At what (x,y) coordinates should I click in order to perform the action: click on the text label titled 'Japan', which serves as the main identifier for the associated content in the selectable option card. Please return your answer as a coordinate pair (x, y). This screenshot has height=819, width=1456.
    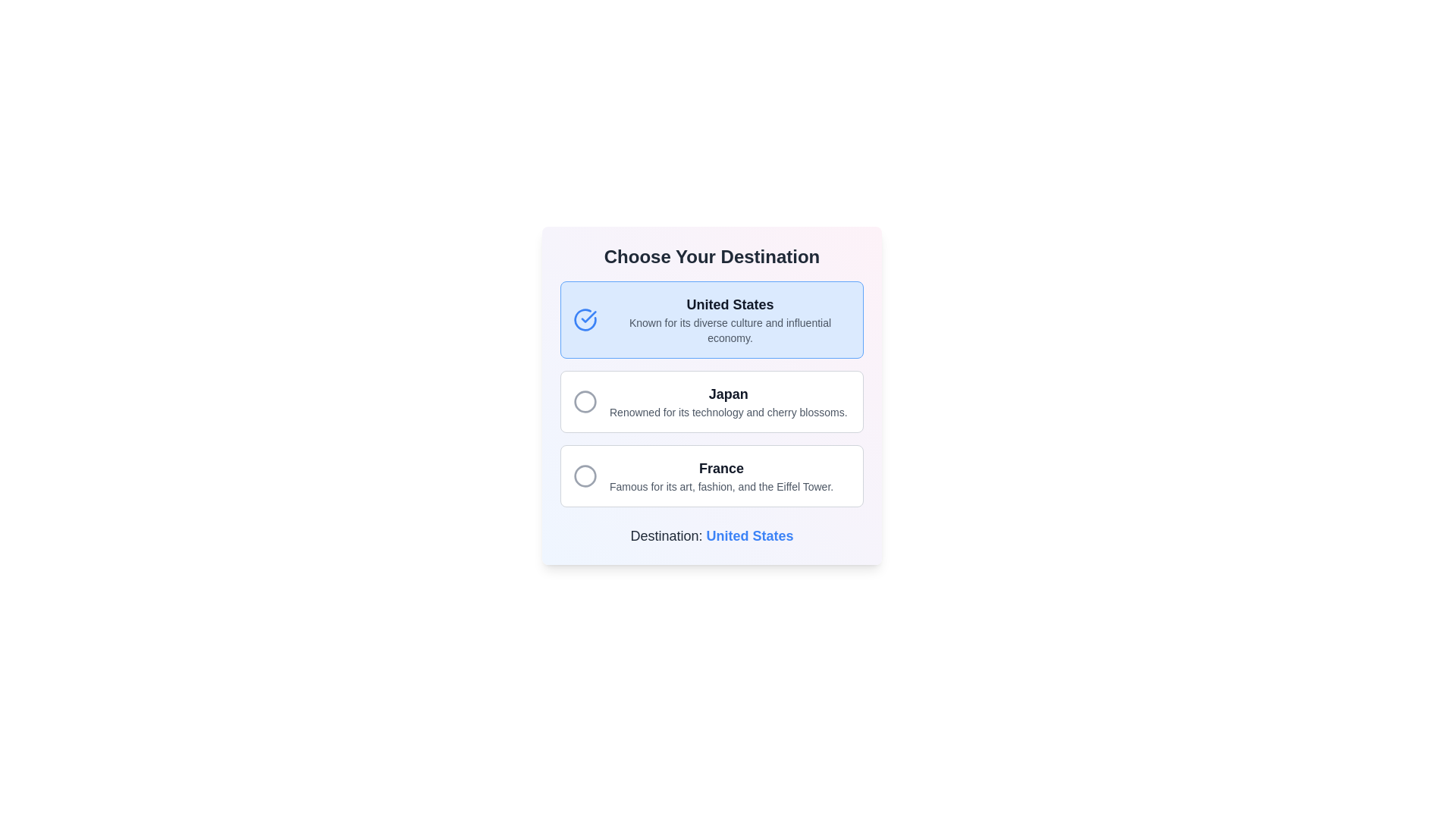
    Looking at the image, I should click on (728, 394).